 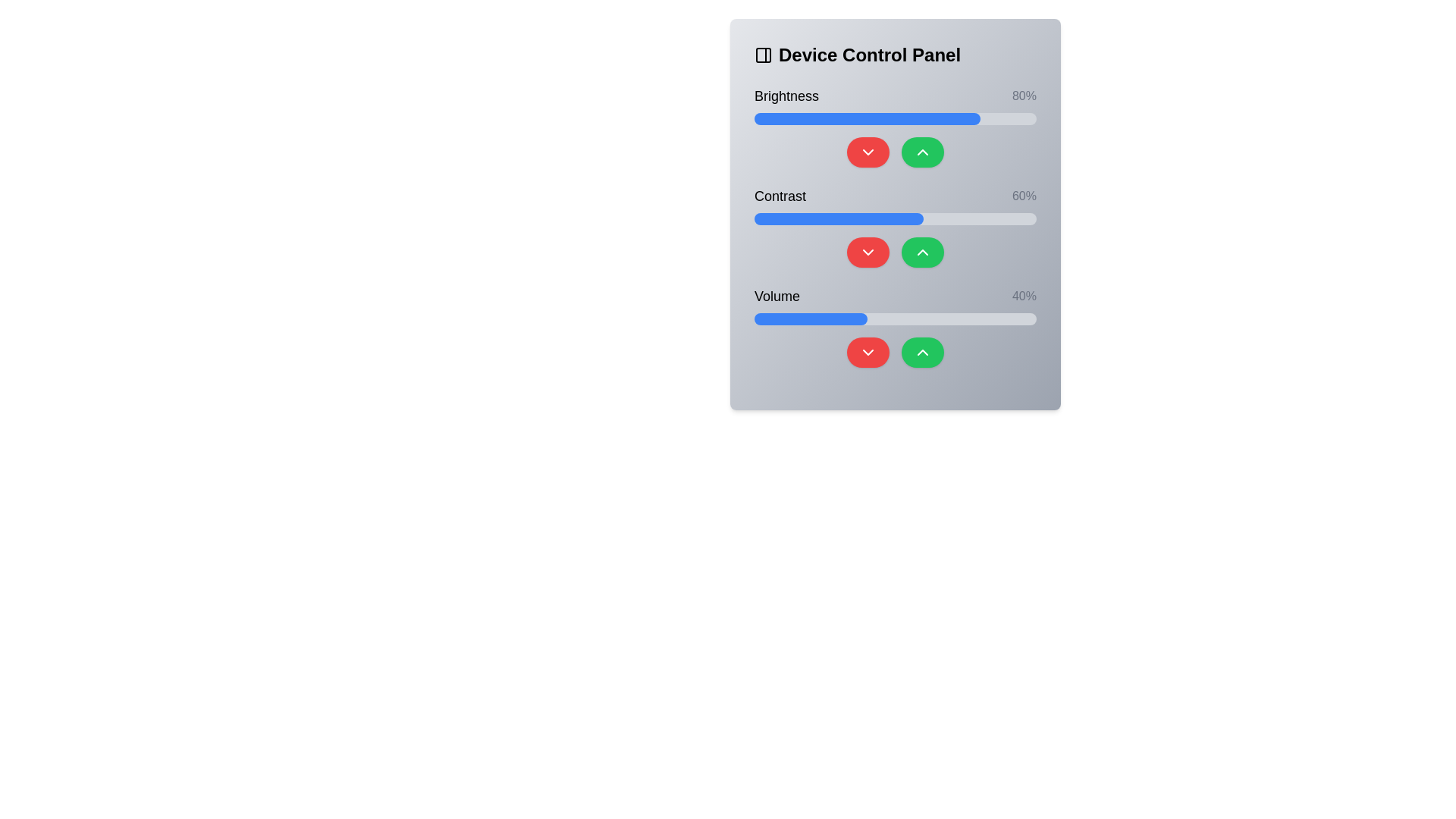 I want to click on the Interactive icon embedded within the green circular button for adjusting the 'Contrast' parameter, so click(x=922, y=251).